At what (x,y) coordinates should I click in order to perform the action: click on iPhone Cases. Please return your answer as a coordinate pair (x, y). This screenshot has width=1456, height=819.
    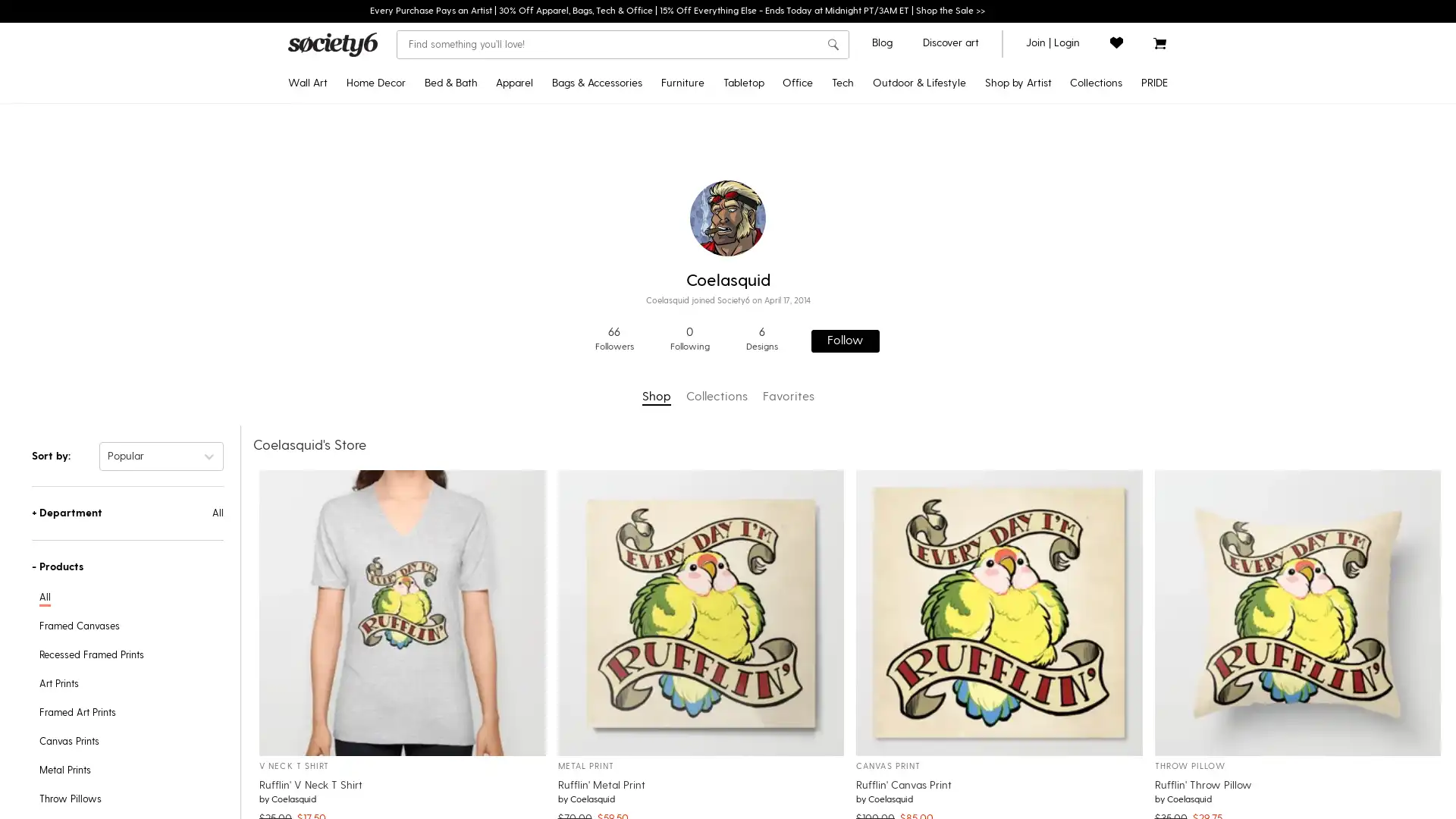
    Looking at the image, I should click on (896, 121).